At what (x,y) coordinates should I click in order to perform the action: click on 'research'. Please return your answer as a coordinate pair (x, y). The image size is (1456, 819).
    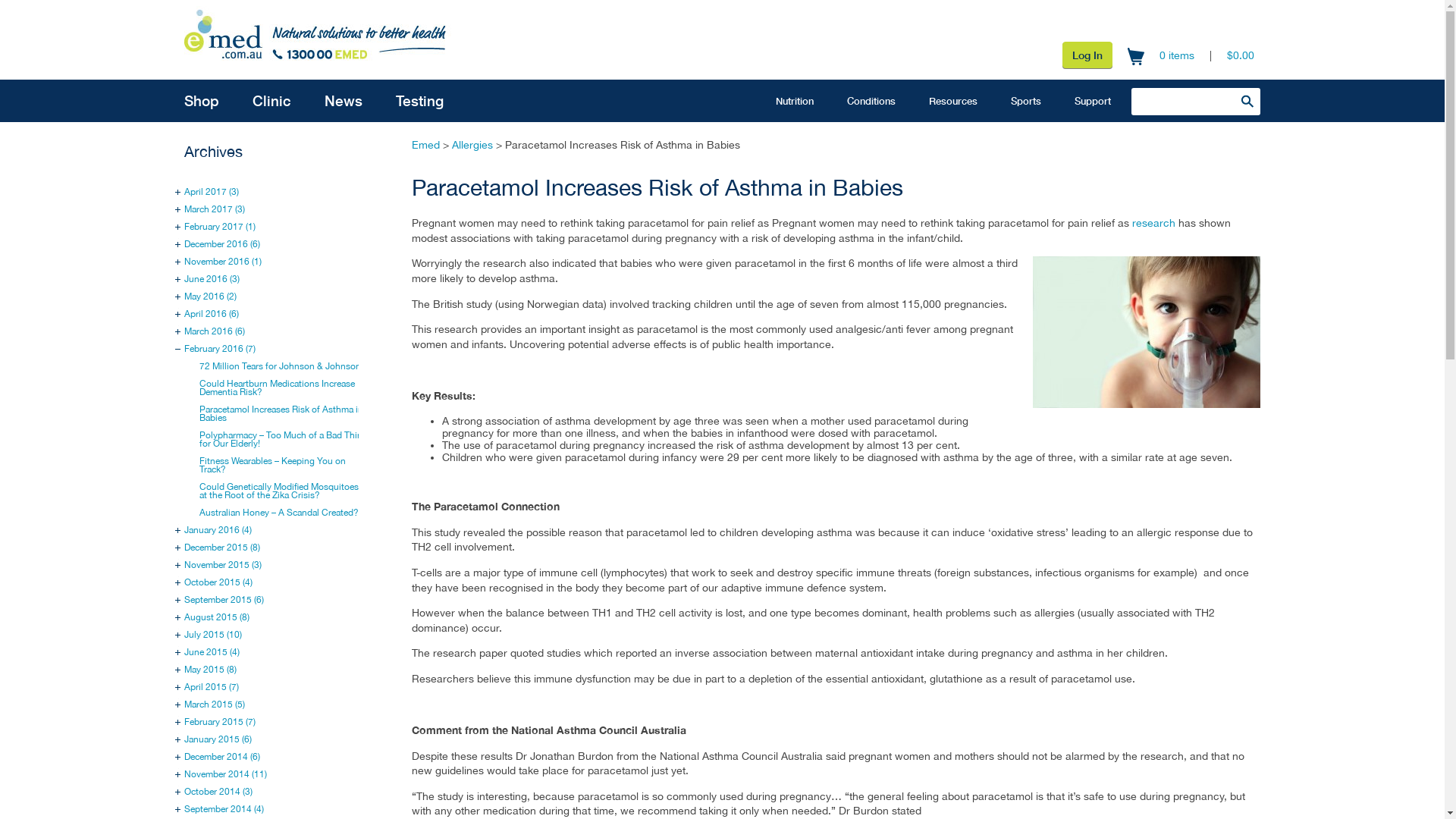
    Looking at the image, I should click on (1153, 222).